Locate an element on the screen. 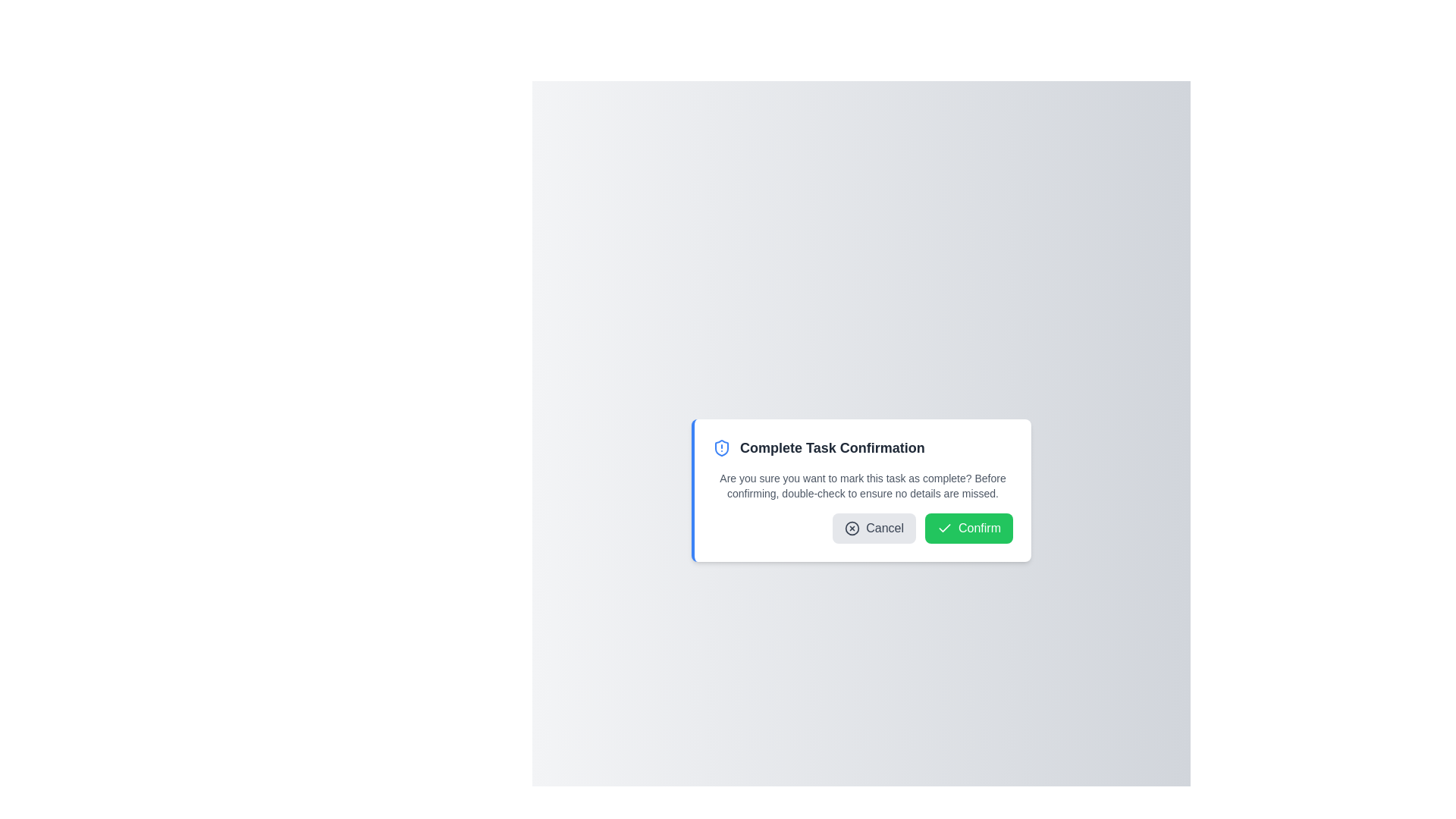 This screenshot has width=1456, height=819. the header element with a shield icon and the text 'Complete Task Confirmation' at the top-left of the confirmation dialog box is located at coordinates (862, 447).